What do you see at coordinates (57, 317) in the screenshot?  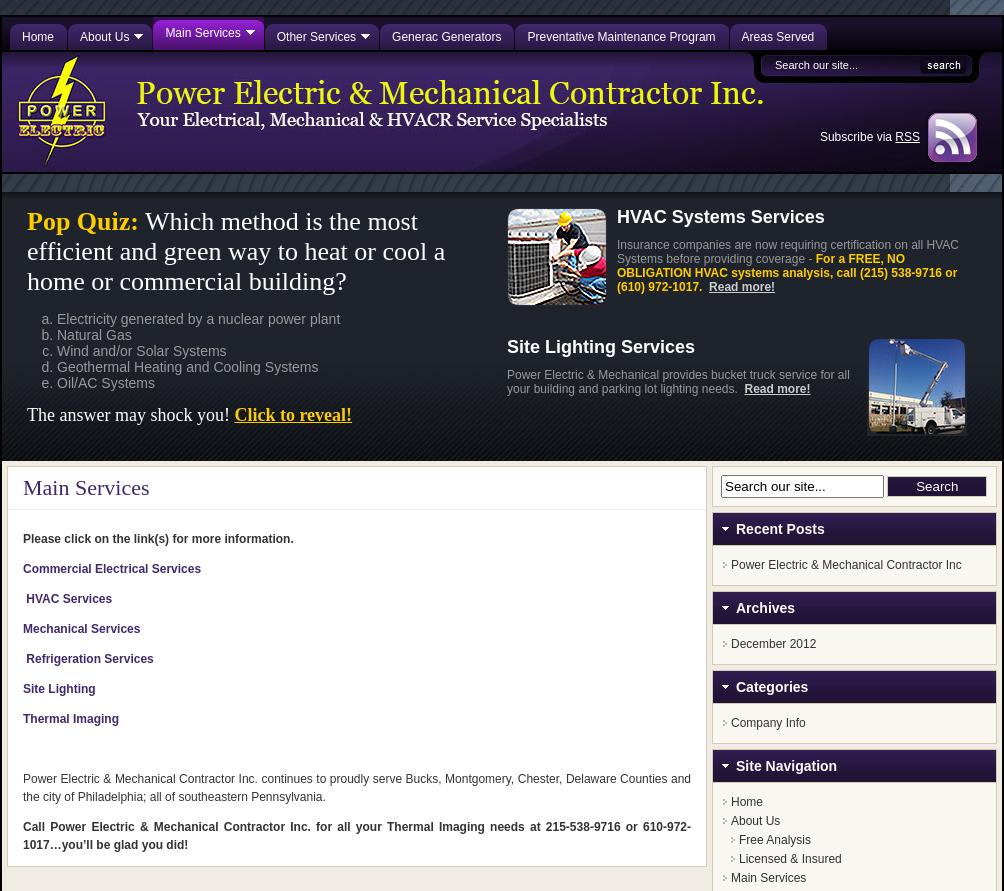 I see `'Electricity generated by a nuclear power plant'` at bounding box center [57, 317].